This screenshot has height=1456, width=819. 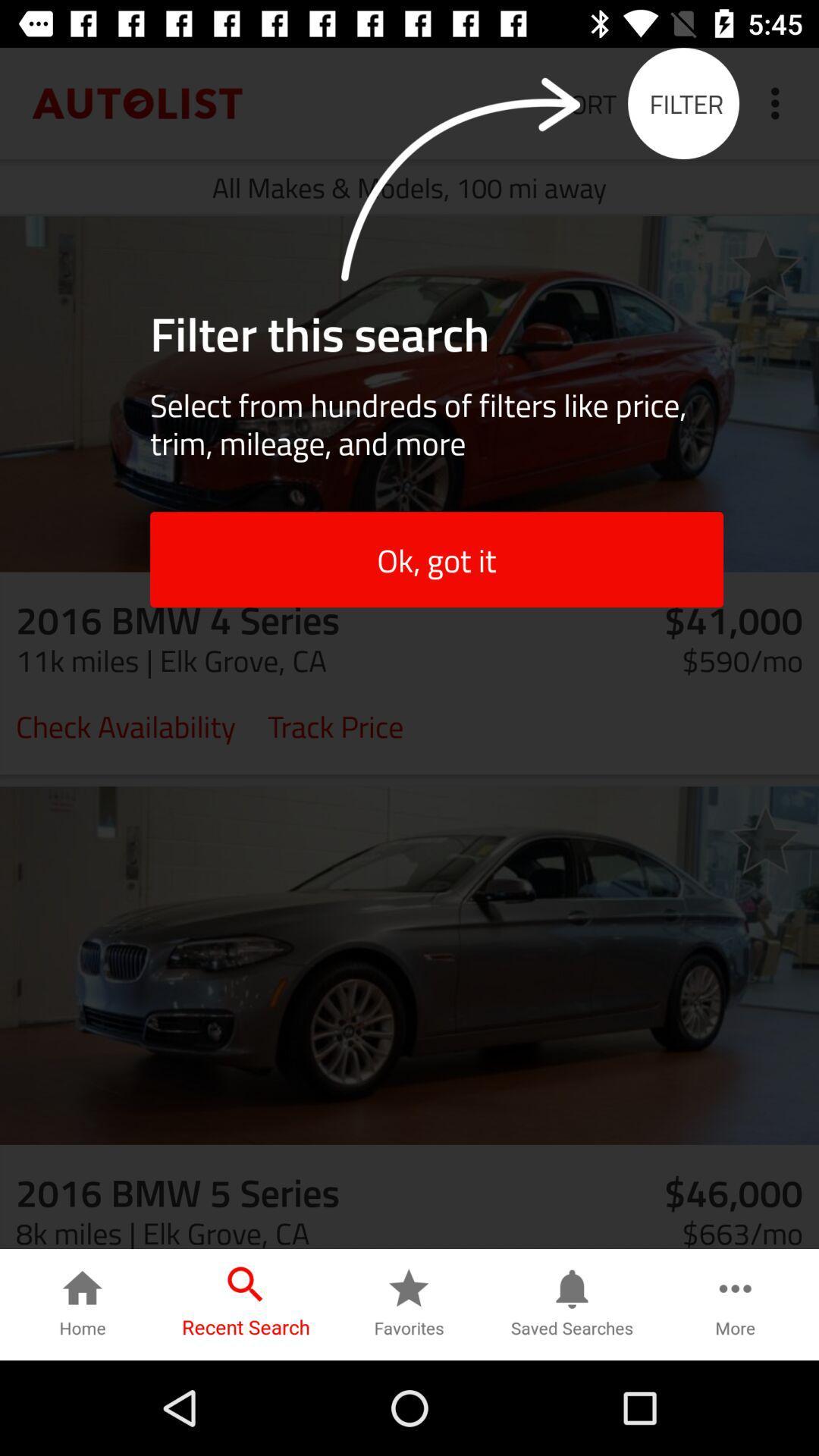 I want to click on the item next to the filter item, so click(x=779, y=102).